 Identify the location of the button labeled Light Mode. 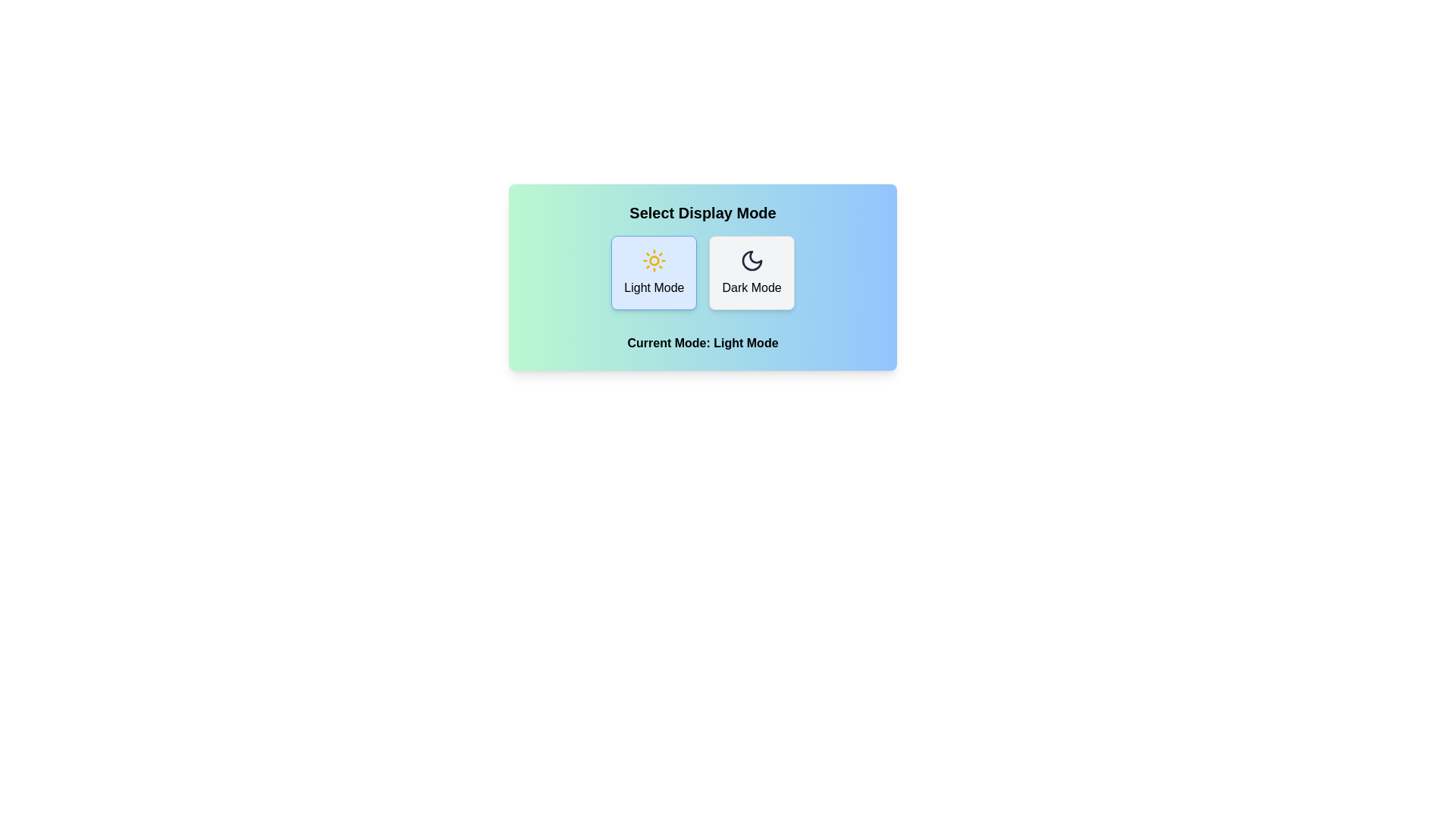
(654, 271).